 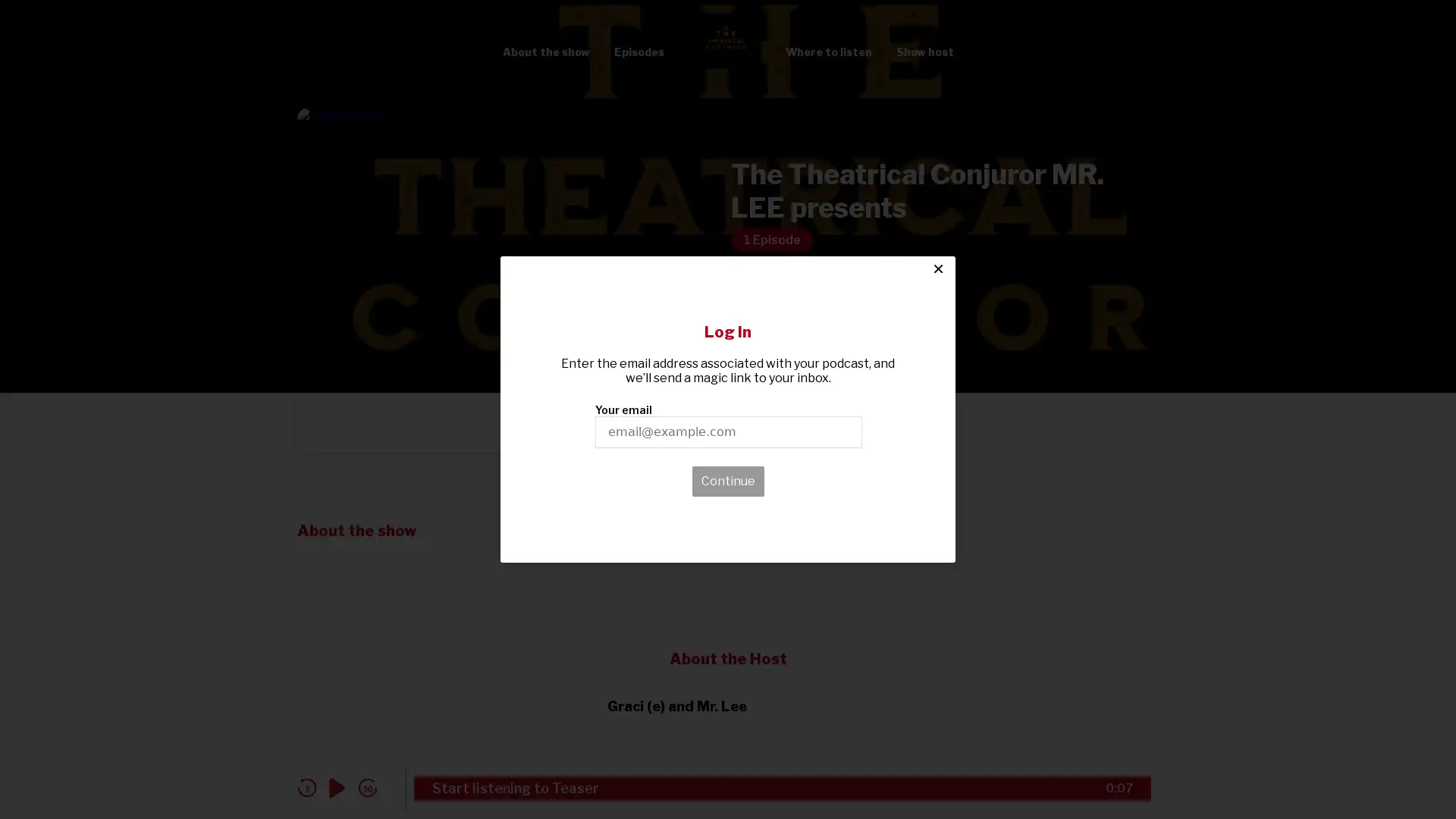 What do you see at coordinates (306, 787) in the screenshot?
I see `skip back 5 seconds` at bounding box center [306, 787].